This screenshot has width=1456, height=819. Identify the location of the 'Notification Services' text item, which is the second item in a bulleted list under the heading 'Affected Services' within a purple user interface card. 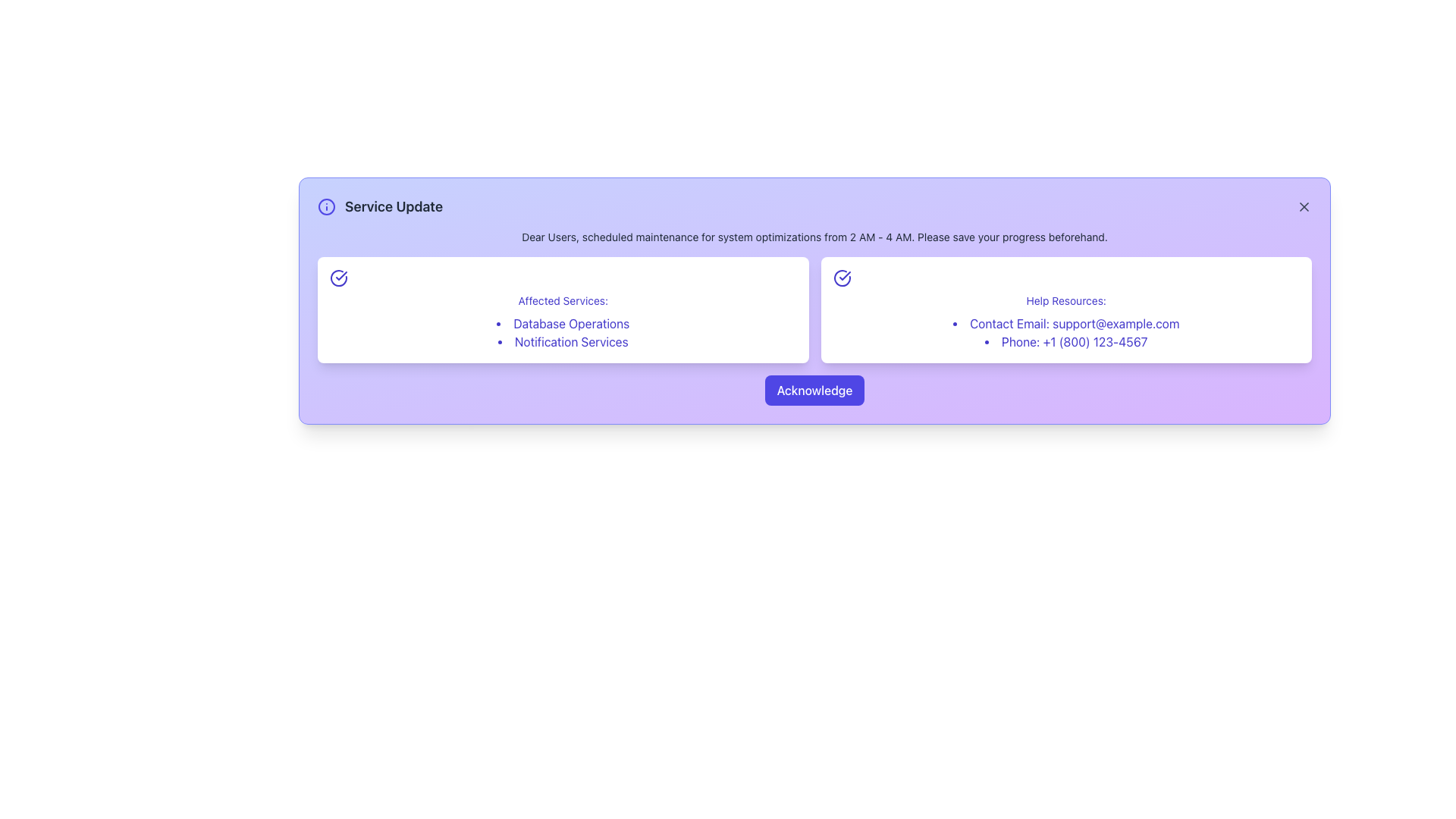
(562, 342).